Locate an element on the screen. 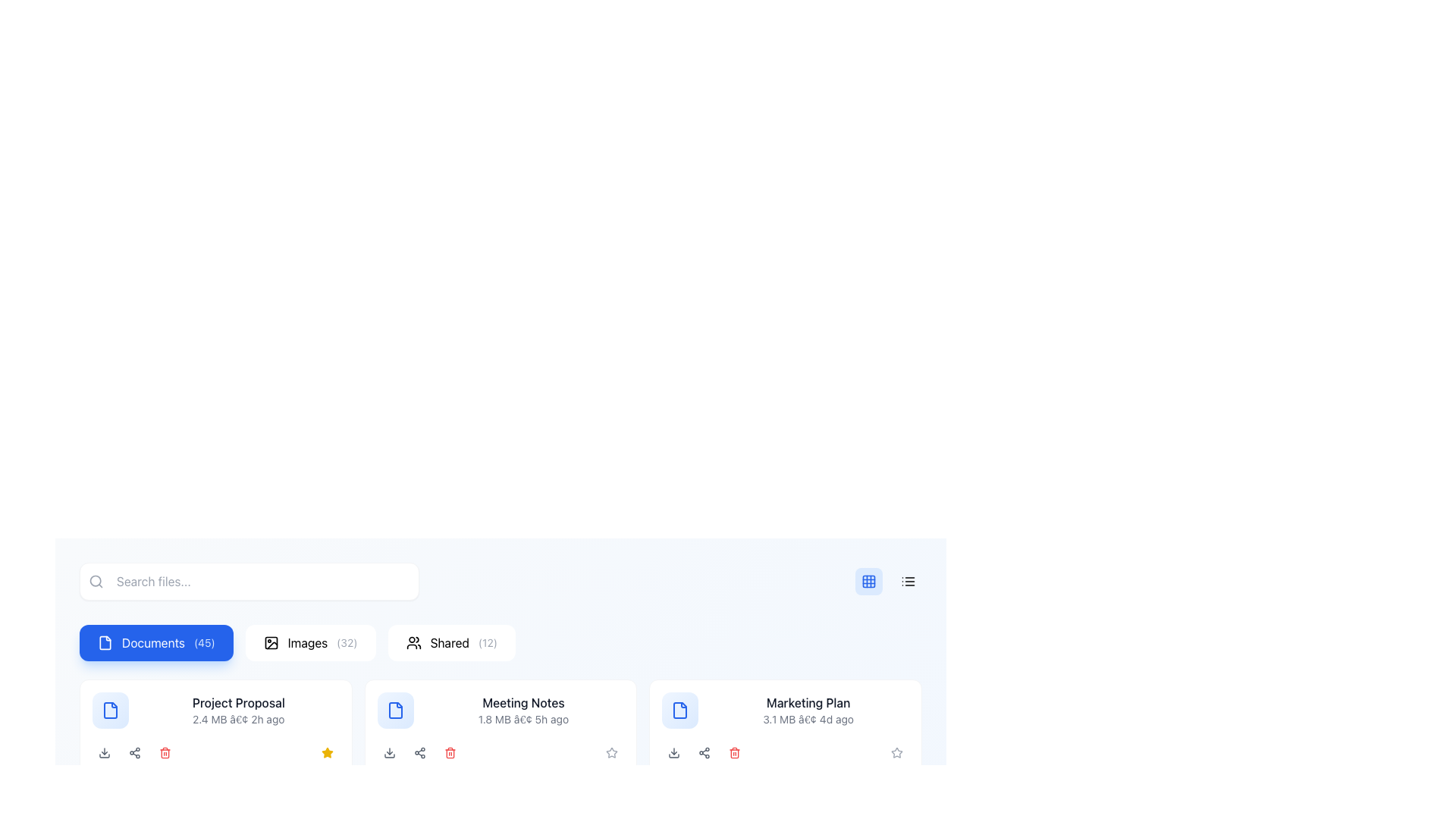 This screenshot has width=1456, height=819. the rightmost file card in the document management interface is located at coordinates (786, 711).